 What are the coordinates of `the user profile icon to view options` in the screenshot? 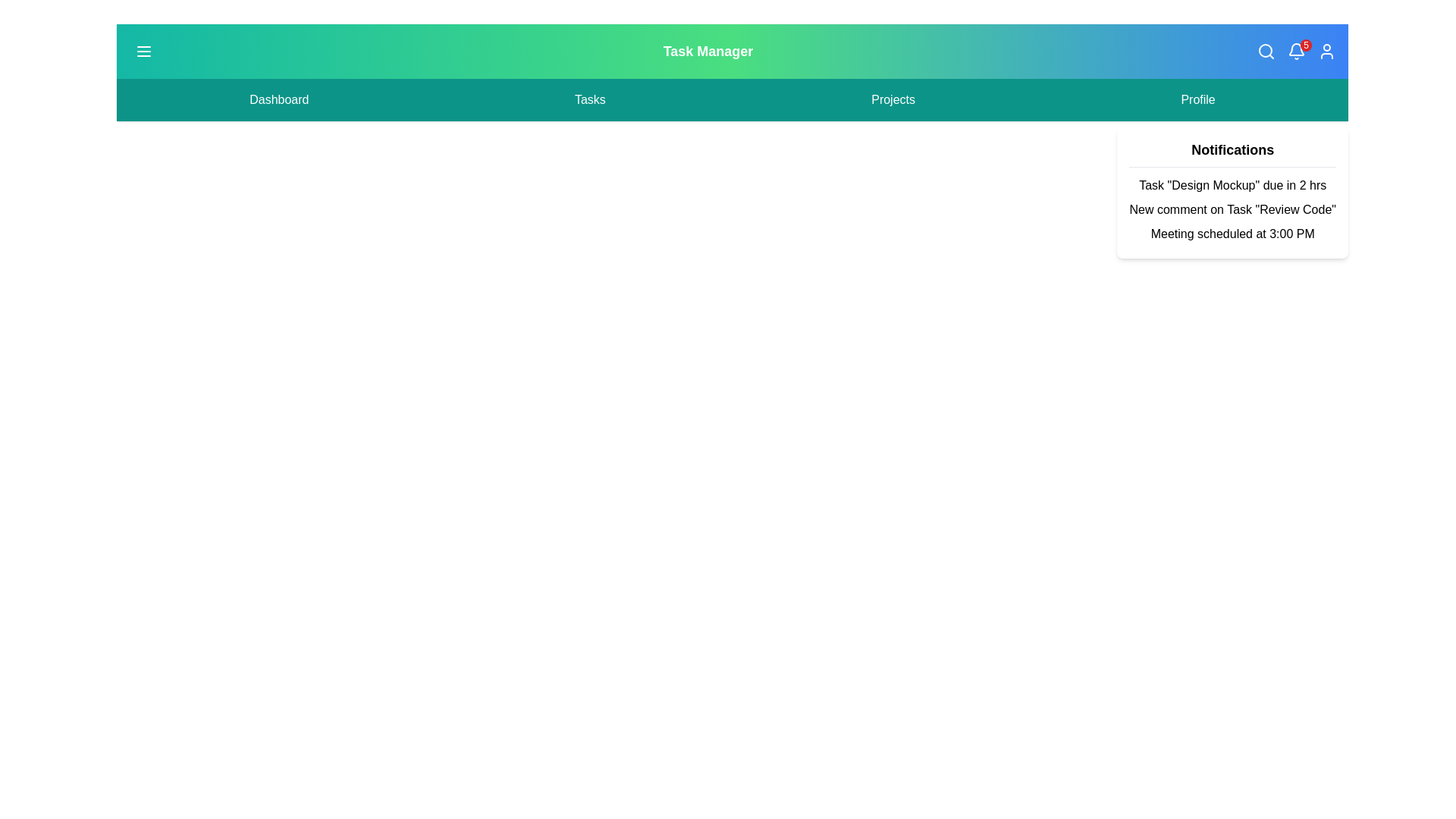 It's located at (1326, 51).